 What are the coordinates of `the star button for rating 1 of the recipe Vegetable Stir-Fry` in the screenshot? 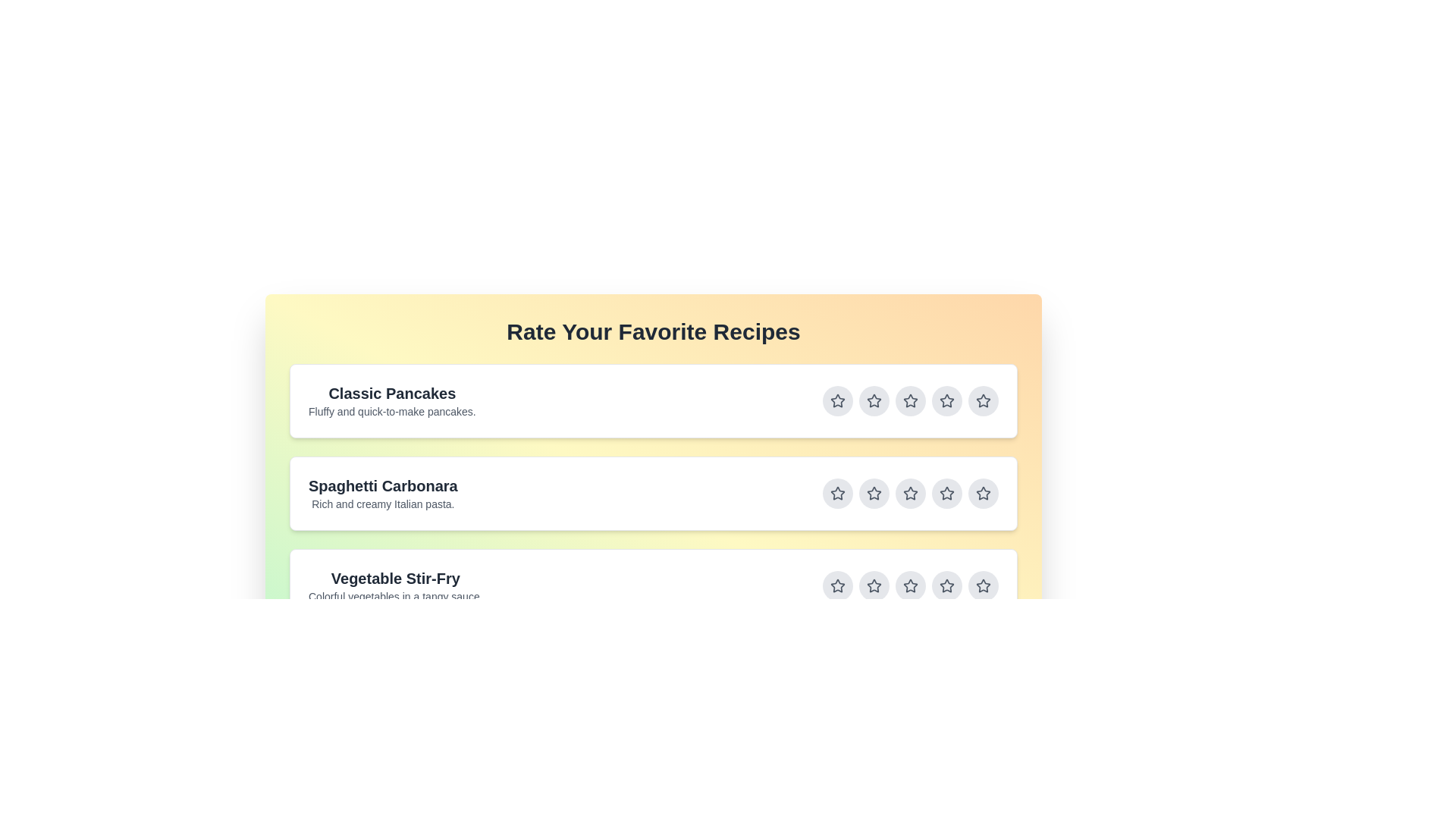 It's located at (836, 585).